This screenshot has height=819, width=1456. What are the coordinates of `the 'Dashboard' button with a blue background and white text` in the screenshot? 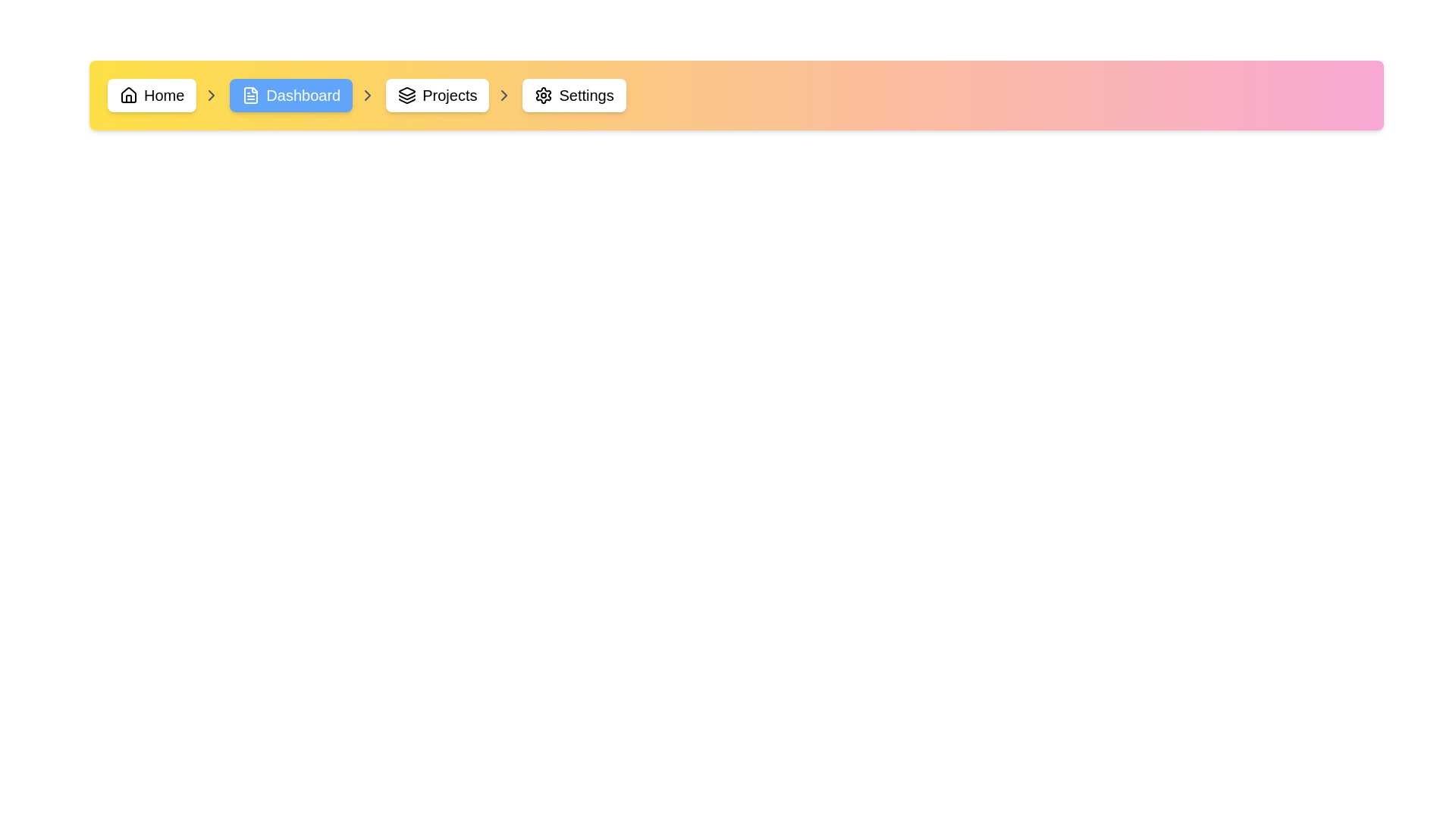 It's located at (303, 96).